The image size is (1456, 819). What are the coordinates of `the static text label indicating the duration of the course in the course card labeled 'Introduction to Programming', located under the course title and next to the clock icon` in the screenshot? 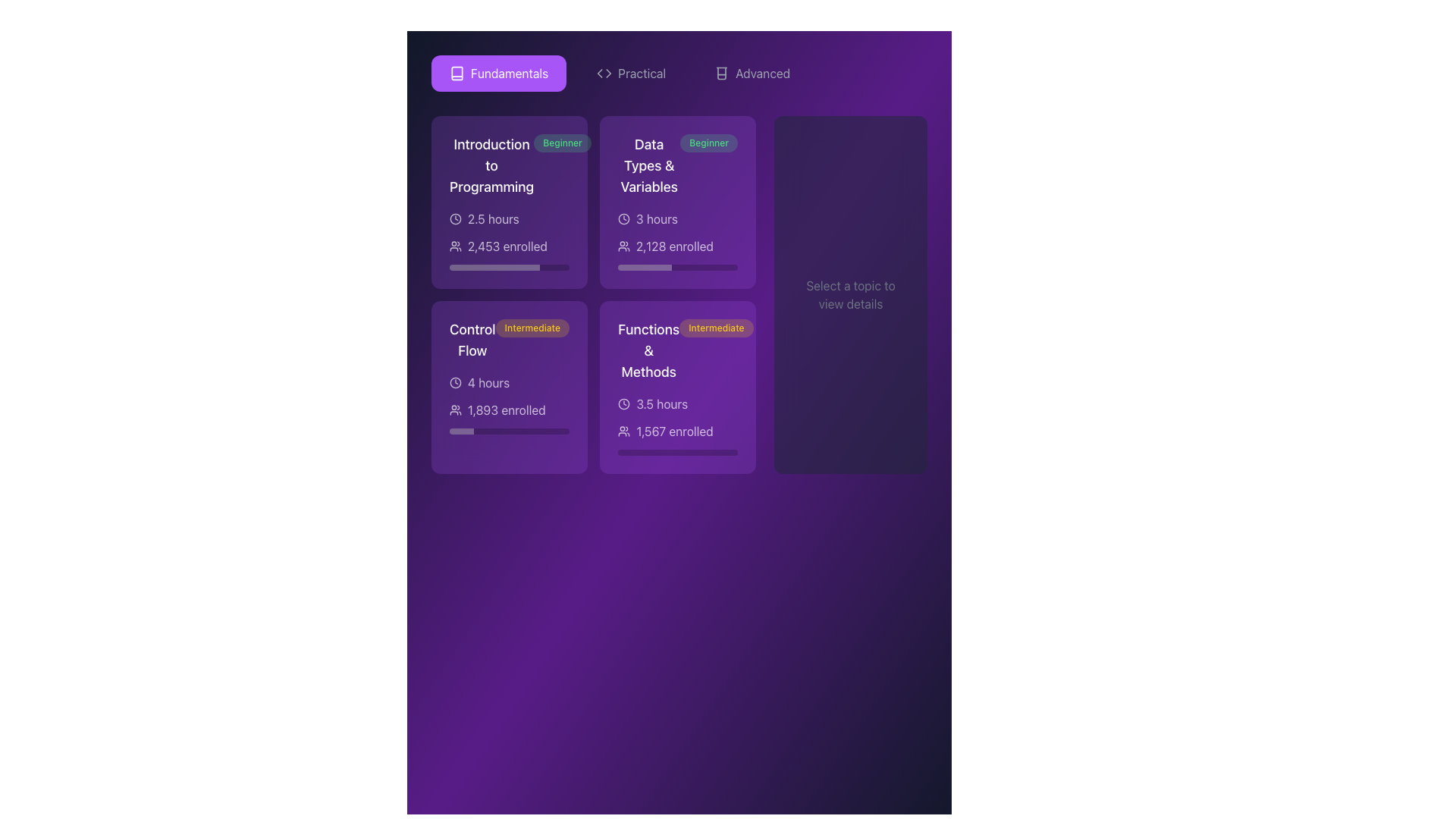 It's located at (493, 219).